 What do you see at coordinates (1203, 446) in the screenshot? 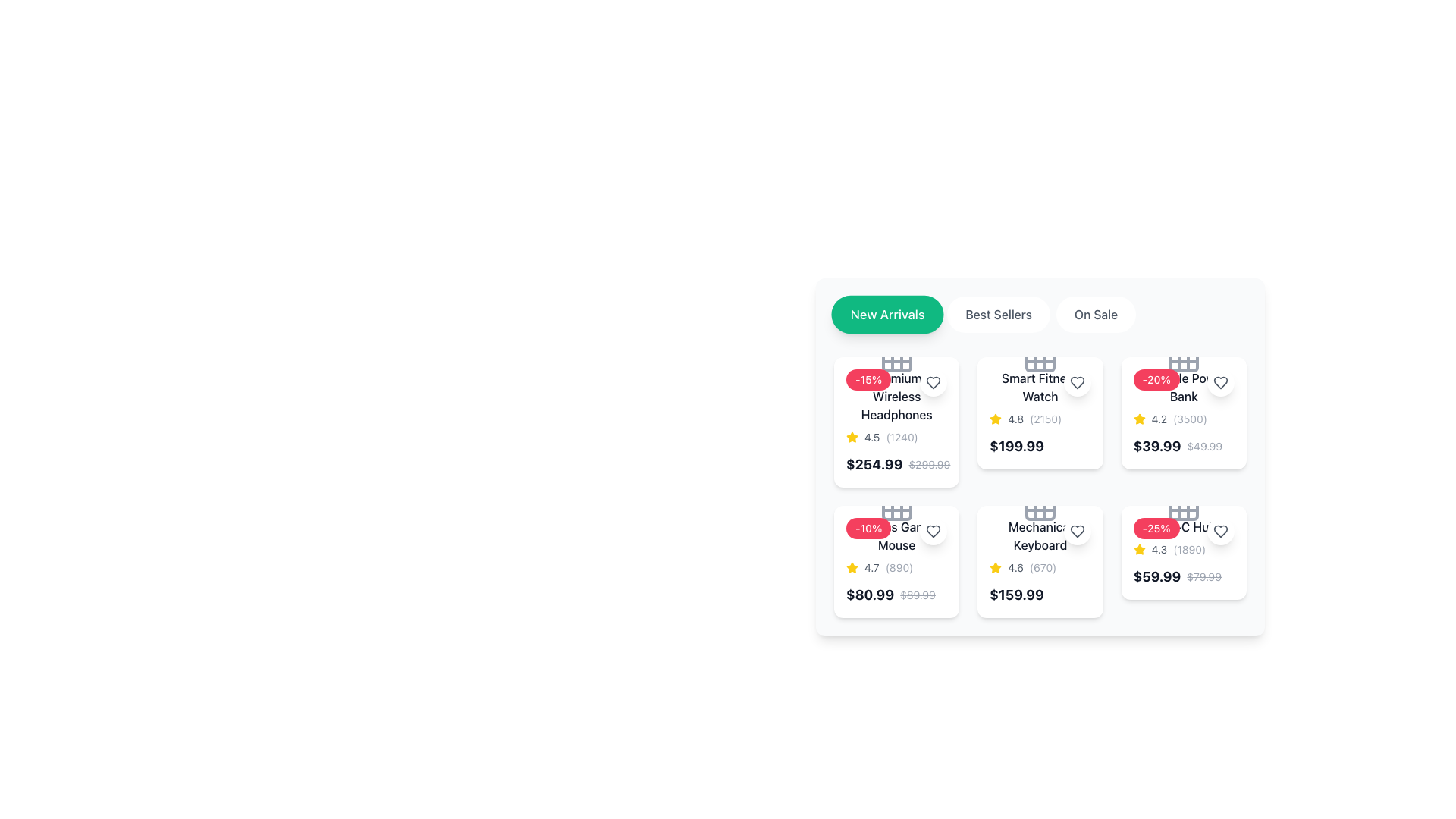
I see `the text element displaying the previous price '$49.99', which is styled with a line-through and positioned to the right of the current price '$39.99'` at bounding box center [1203, 446].